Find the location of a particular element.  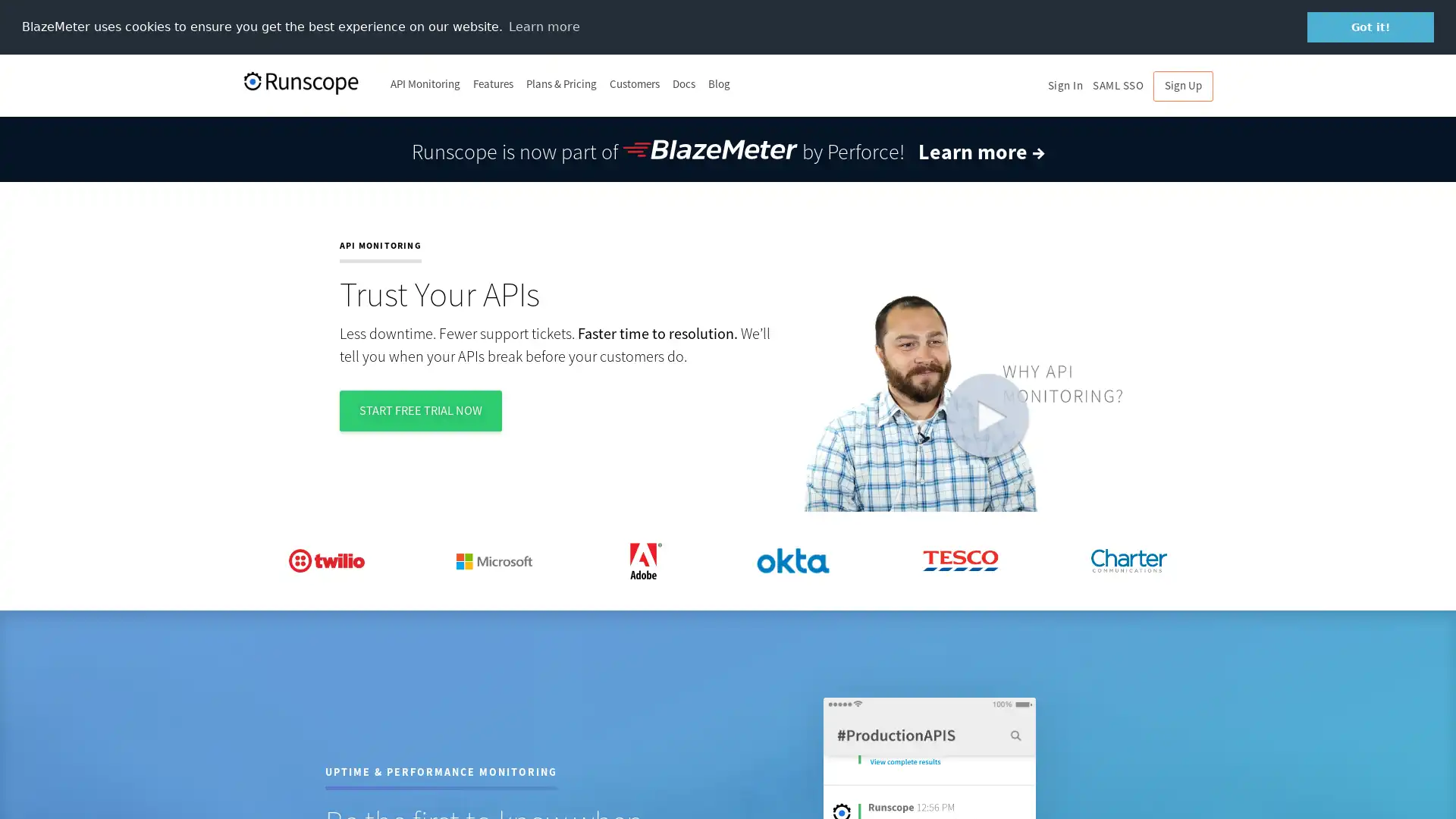

dismiss cookie message is located at coordinates (1370, 27).